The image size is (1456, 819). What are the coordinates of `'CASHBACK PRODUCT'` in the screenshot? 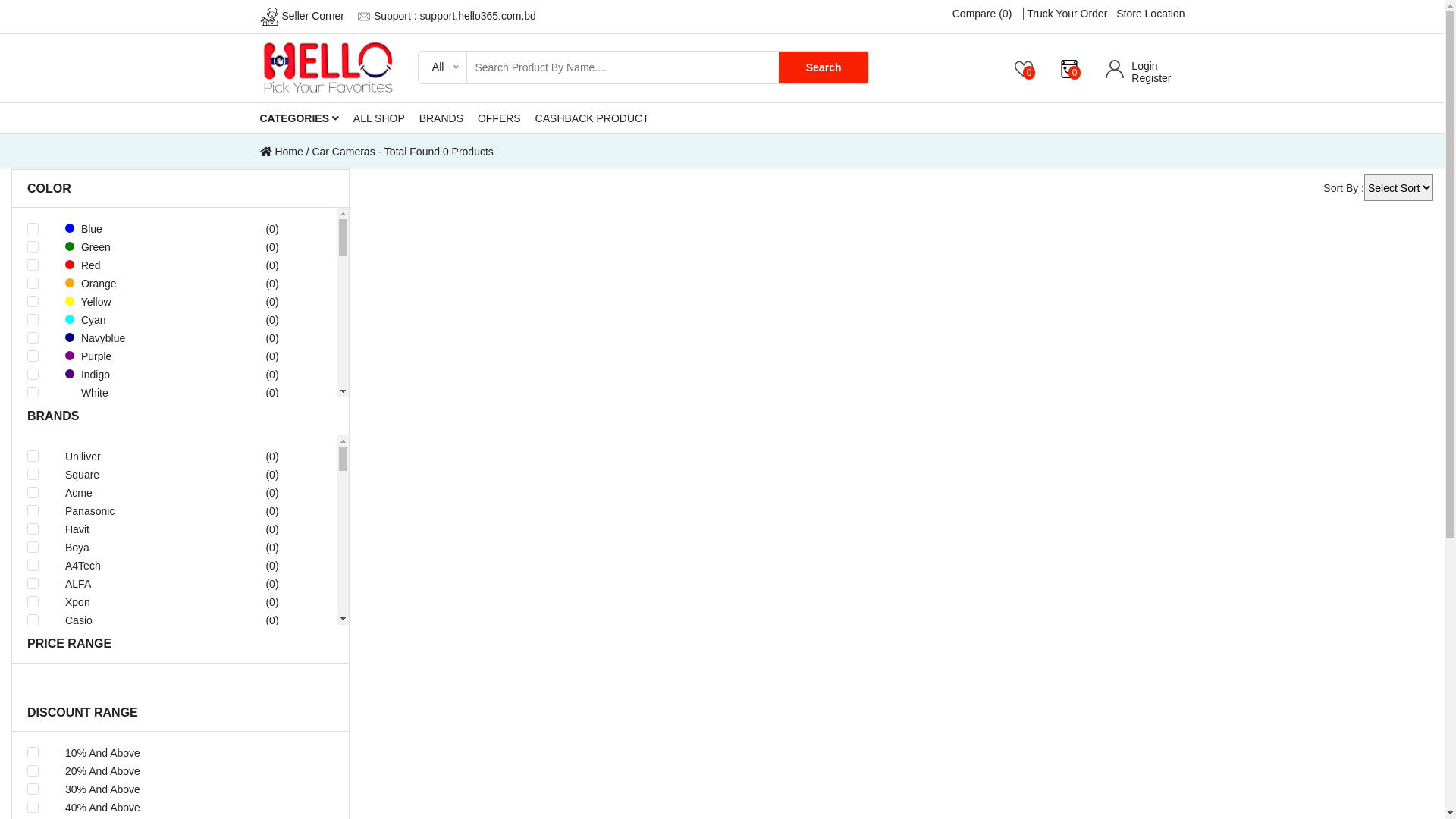 It's located at (597, 117).